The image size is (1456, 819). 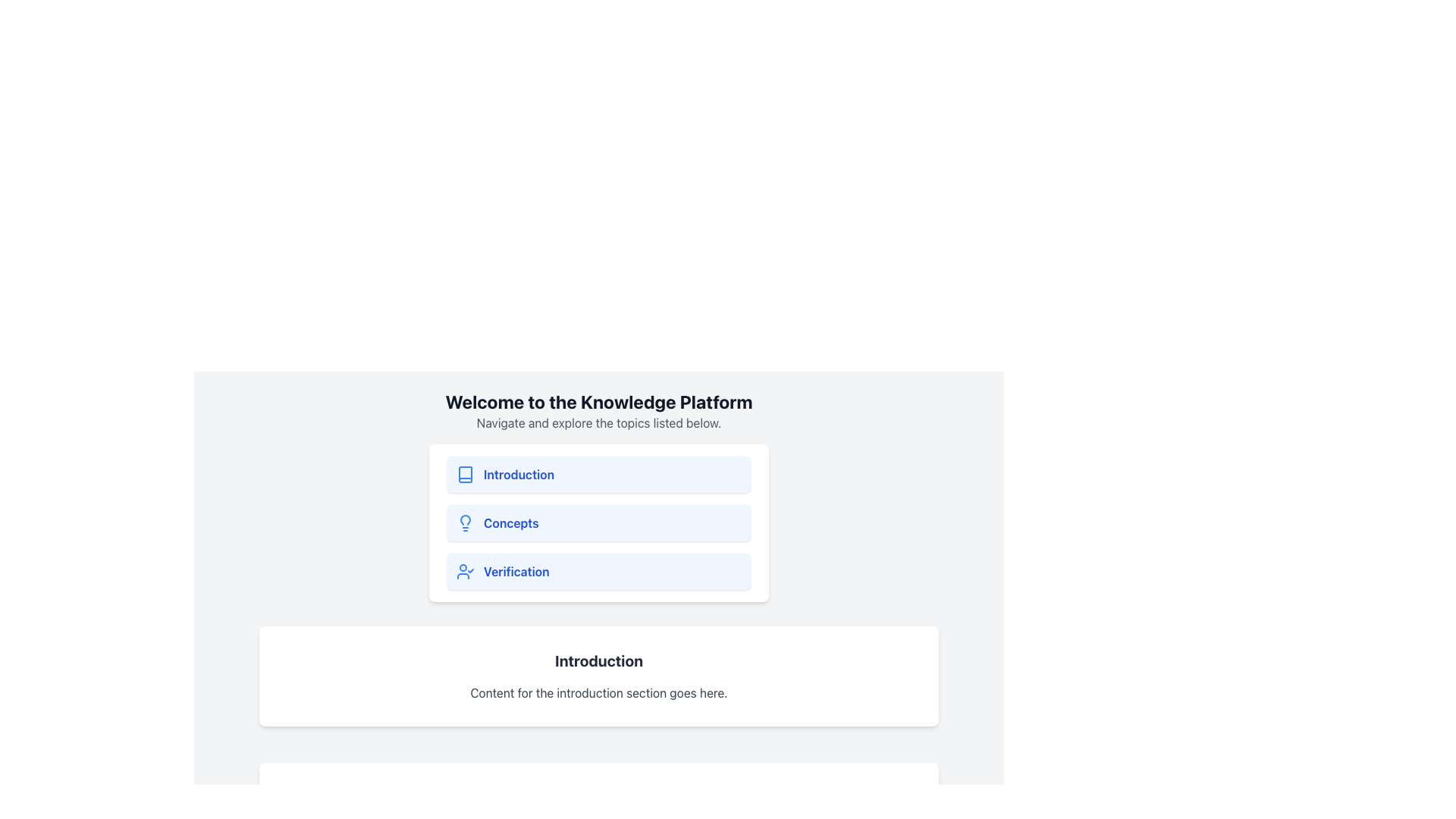 What do you see at coordinates (598, 411) in the screenshot?
I see `message displayed in the text block that contains a bold heading 'Welcome to the Knowledge Platform' and a descriptive instruction 'Navigate and explore the topics listed below.'` at bounding box center [598, 411].